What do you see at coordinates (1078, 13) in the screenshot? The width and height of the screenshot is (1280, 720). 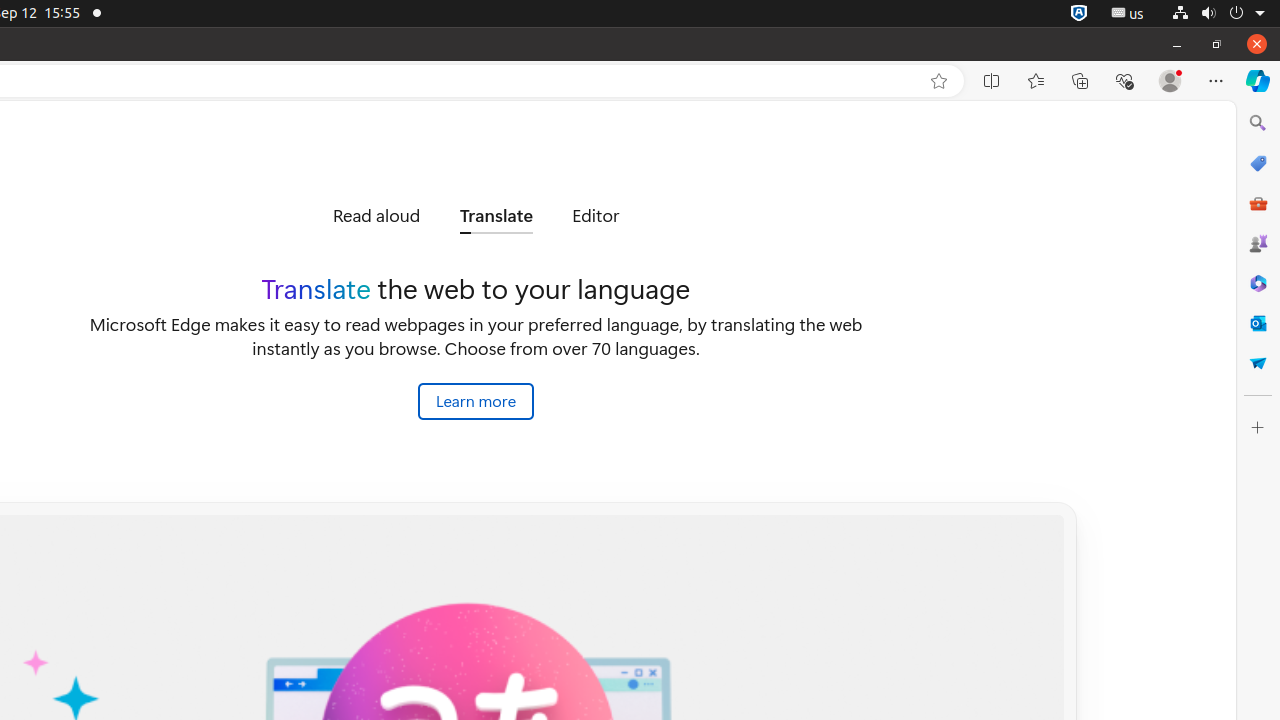 I see `':1.72/StatusNotifierItem'` at bounding box center [1078, 13].